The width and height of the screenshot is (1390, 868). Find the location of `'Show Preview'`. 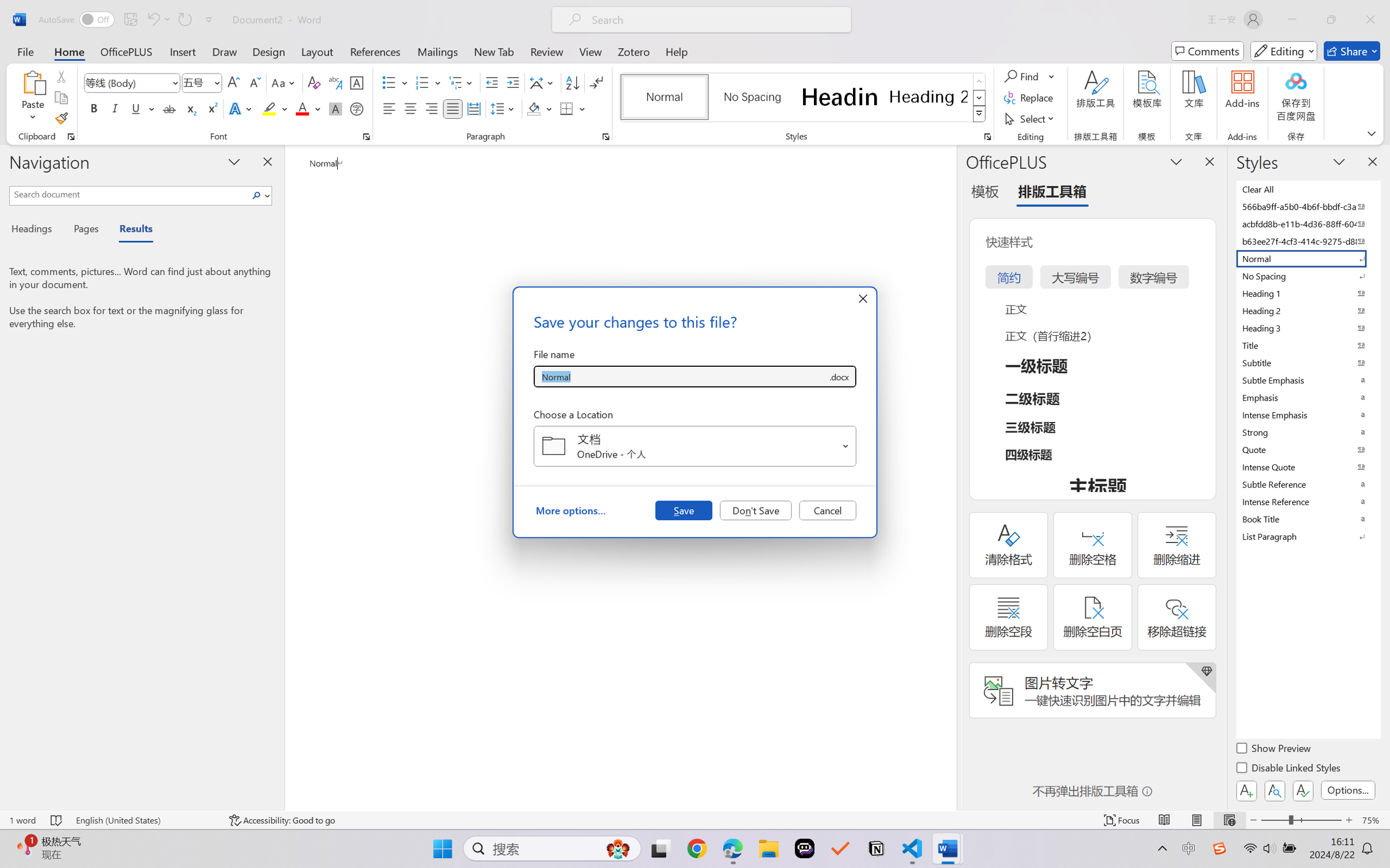

'Show Preview' is located at coordinates (1274, 749).